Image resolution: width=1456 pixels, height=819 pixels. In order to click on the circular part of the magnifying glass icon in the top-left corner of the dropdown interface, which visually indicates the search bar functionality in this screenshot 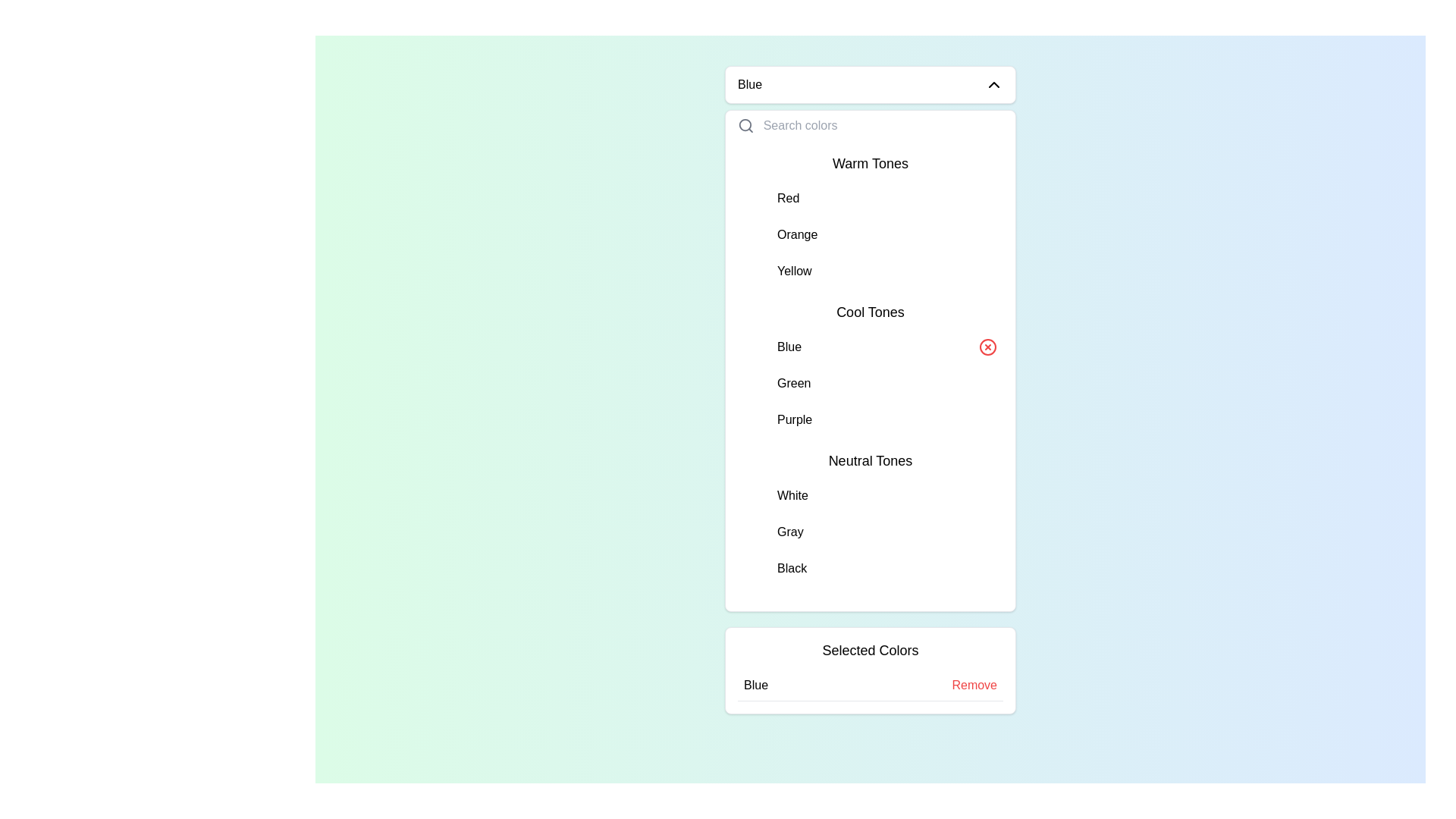, I will do `click(745, 124)`.